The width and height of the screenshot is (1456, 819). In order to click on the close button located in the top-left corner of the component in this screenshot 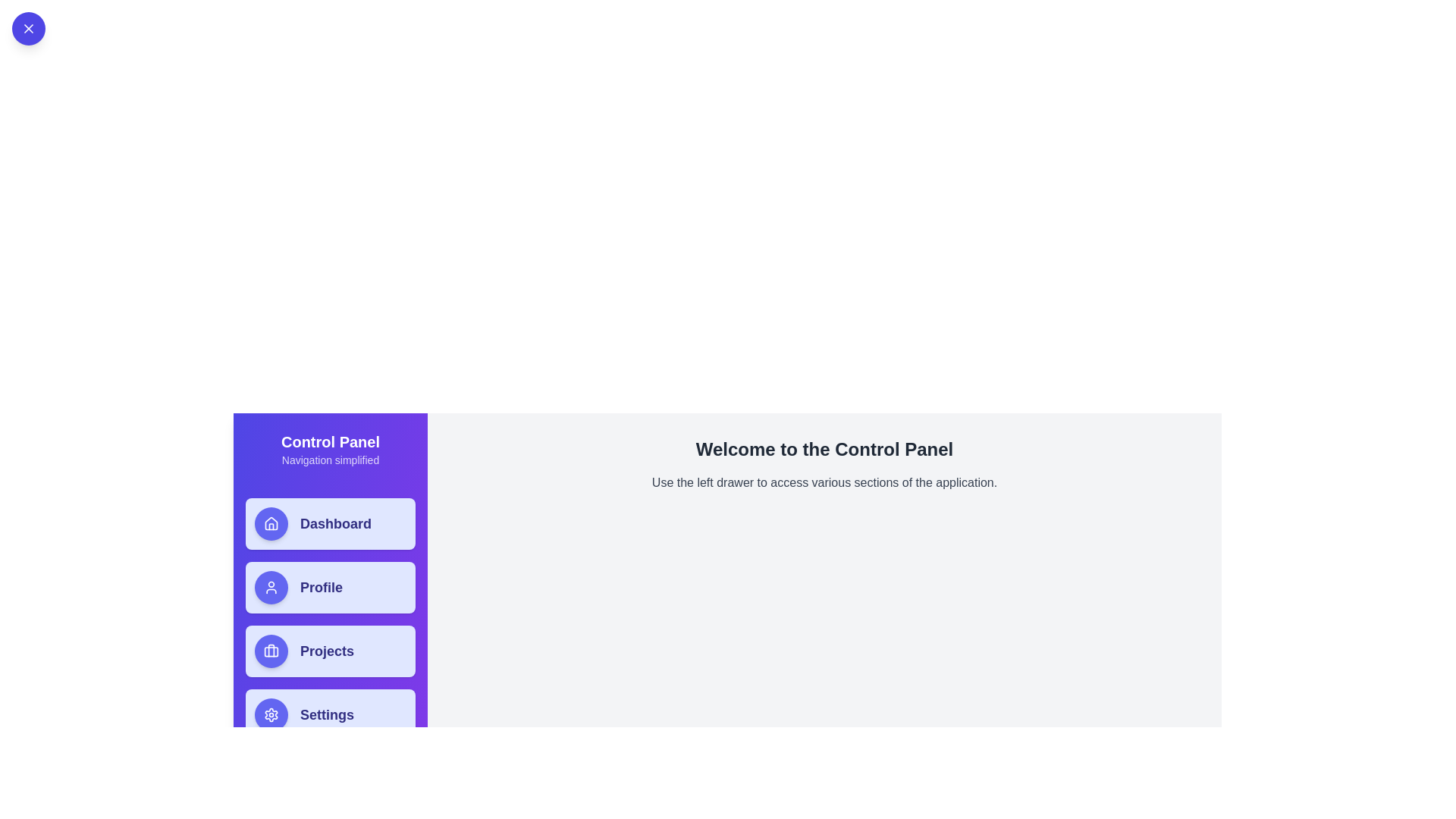, I will do `click(29, 29)`.